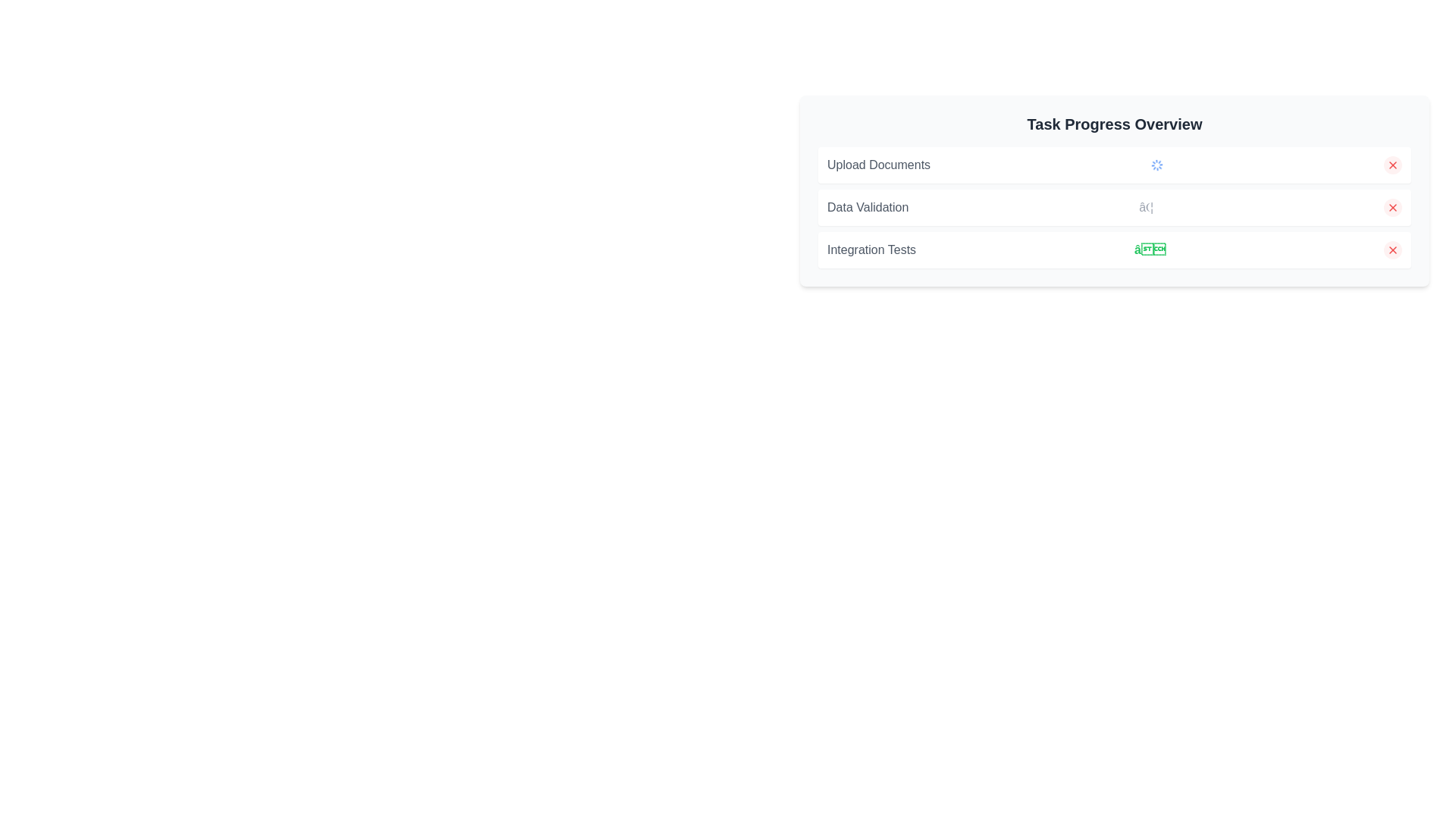  What do you see at coordinates (1393, 165) in the screenshot?
I see `the close button located at the far-right of the 'Upload Documents' section in the 'Task Progress Overview'` at bounding box center [1393, 165].